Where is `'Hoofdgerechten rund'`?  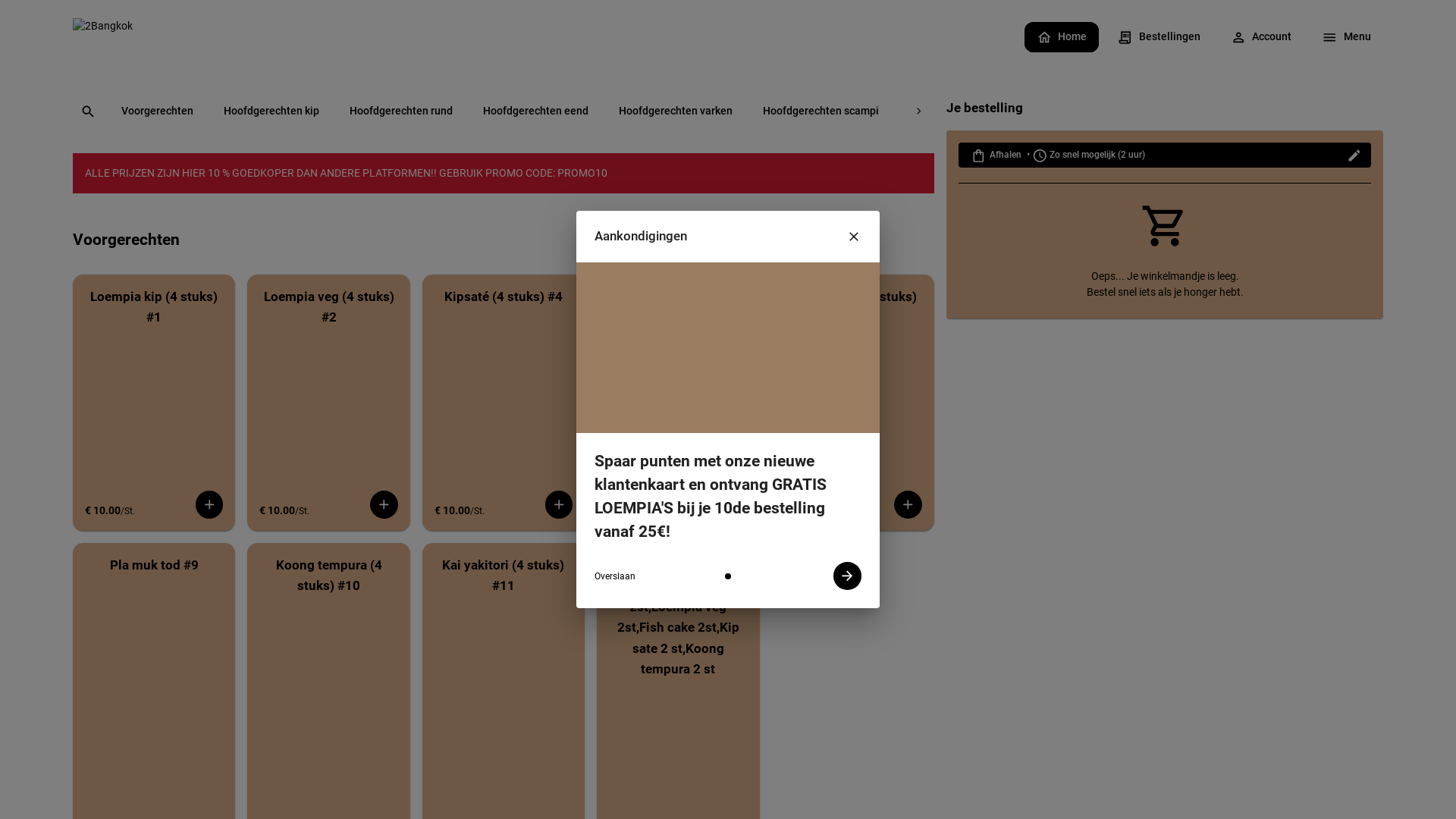
'Hoofdgerechten rund' is located at coordinates (400, 111).